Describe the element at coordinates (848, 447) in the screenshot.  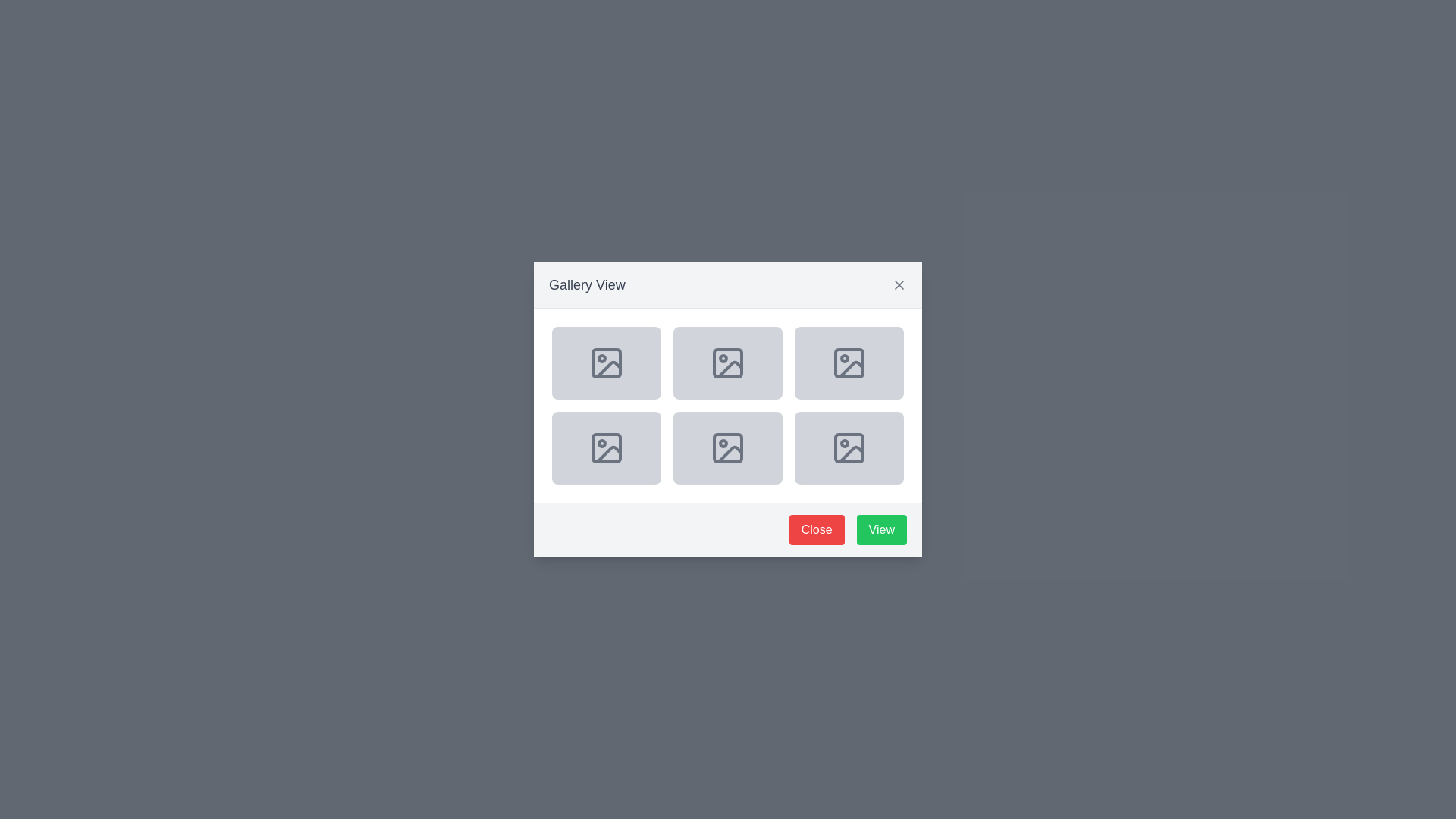
I see `small rectangular Decorative UI Component with rounded corners, styled in gray, located at the bottom-right corner of the second row in the gallery view grid, specifically the third icon in its row` at that location.